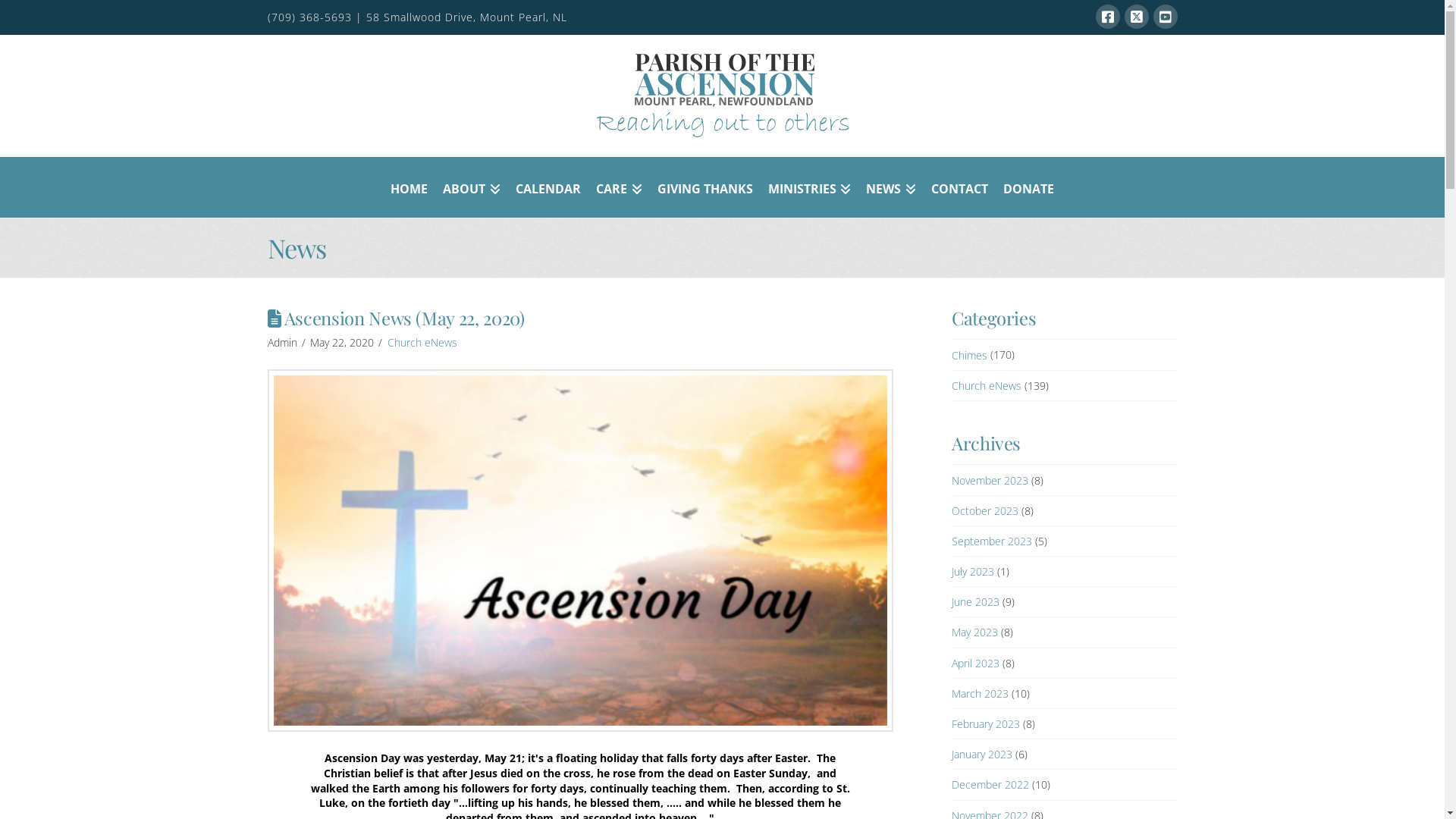 The image size is (1456, 819). What do you see at coordinates (548, 186) in the screenshot?
I see `'CALENDAR'` at bounding box center [548, 186].